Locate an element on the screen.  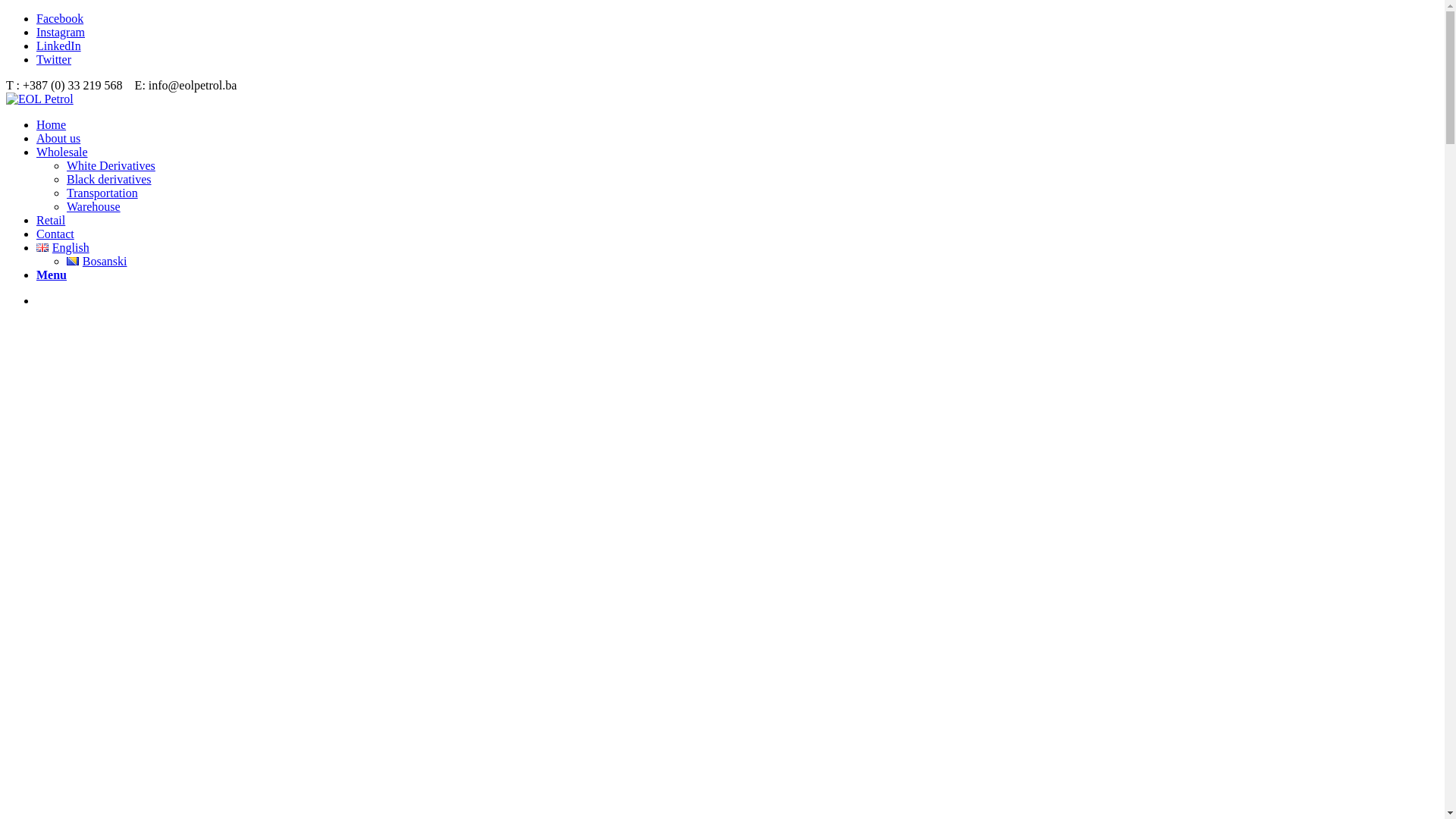
'English' is located at coordinates (36, 246).